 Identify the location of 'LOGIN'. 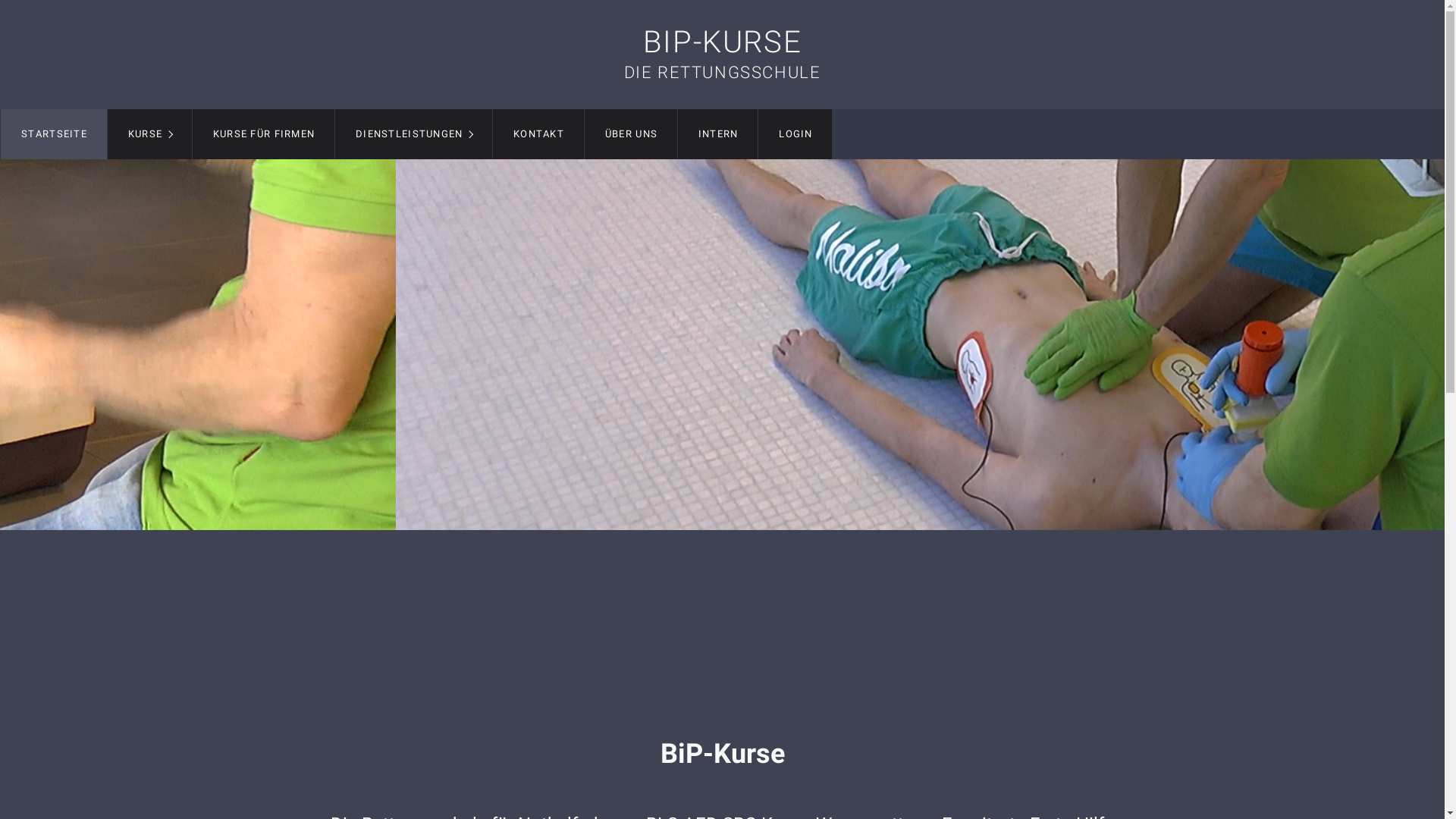
(758, 133).